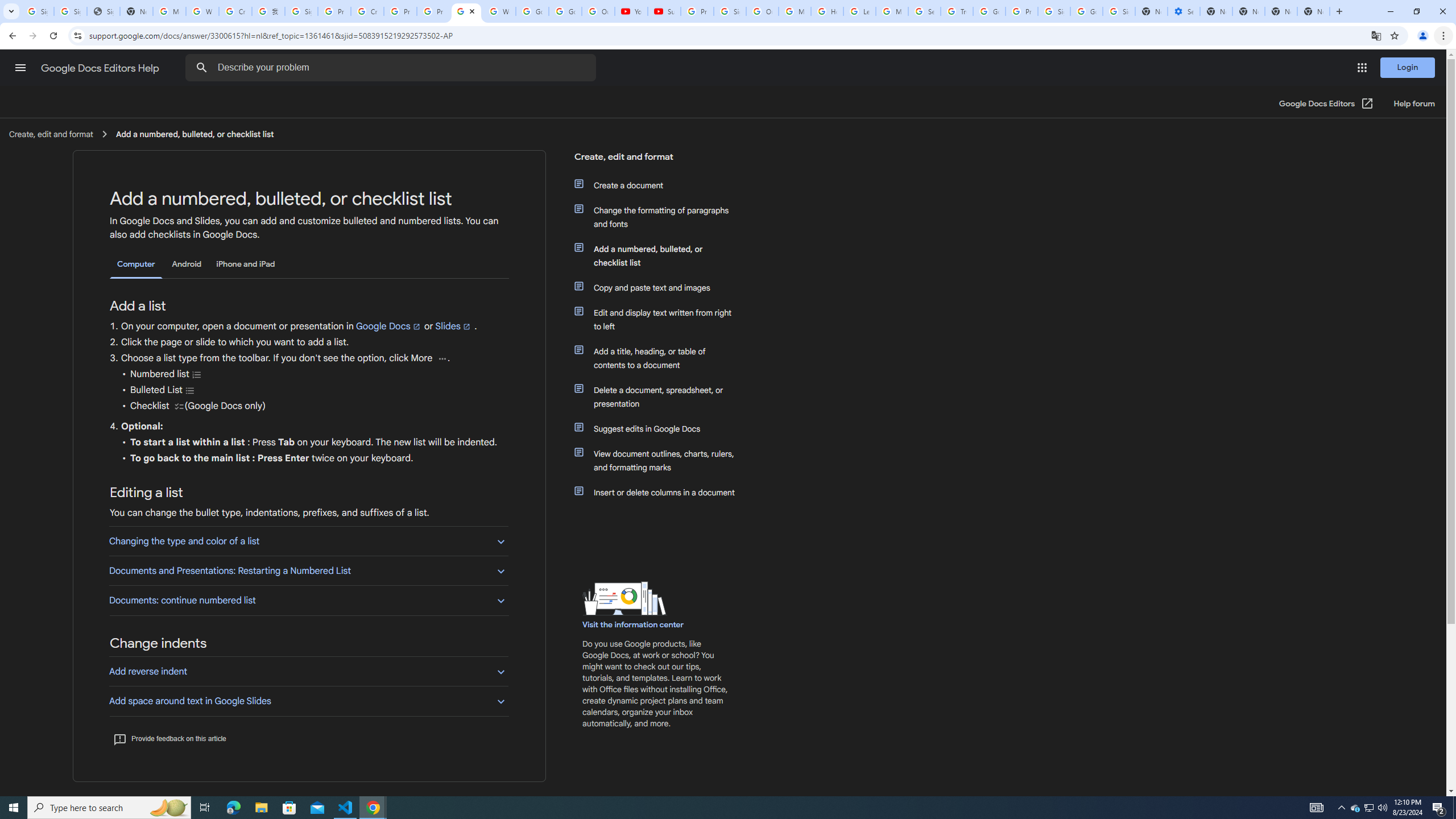 The height and width of the screenshot is (819, 1456). Describe the element at coordinates (186, 263) in the screenshot. I see `'Android'` at that location.